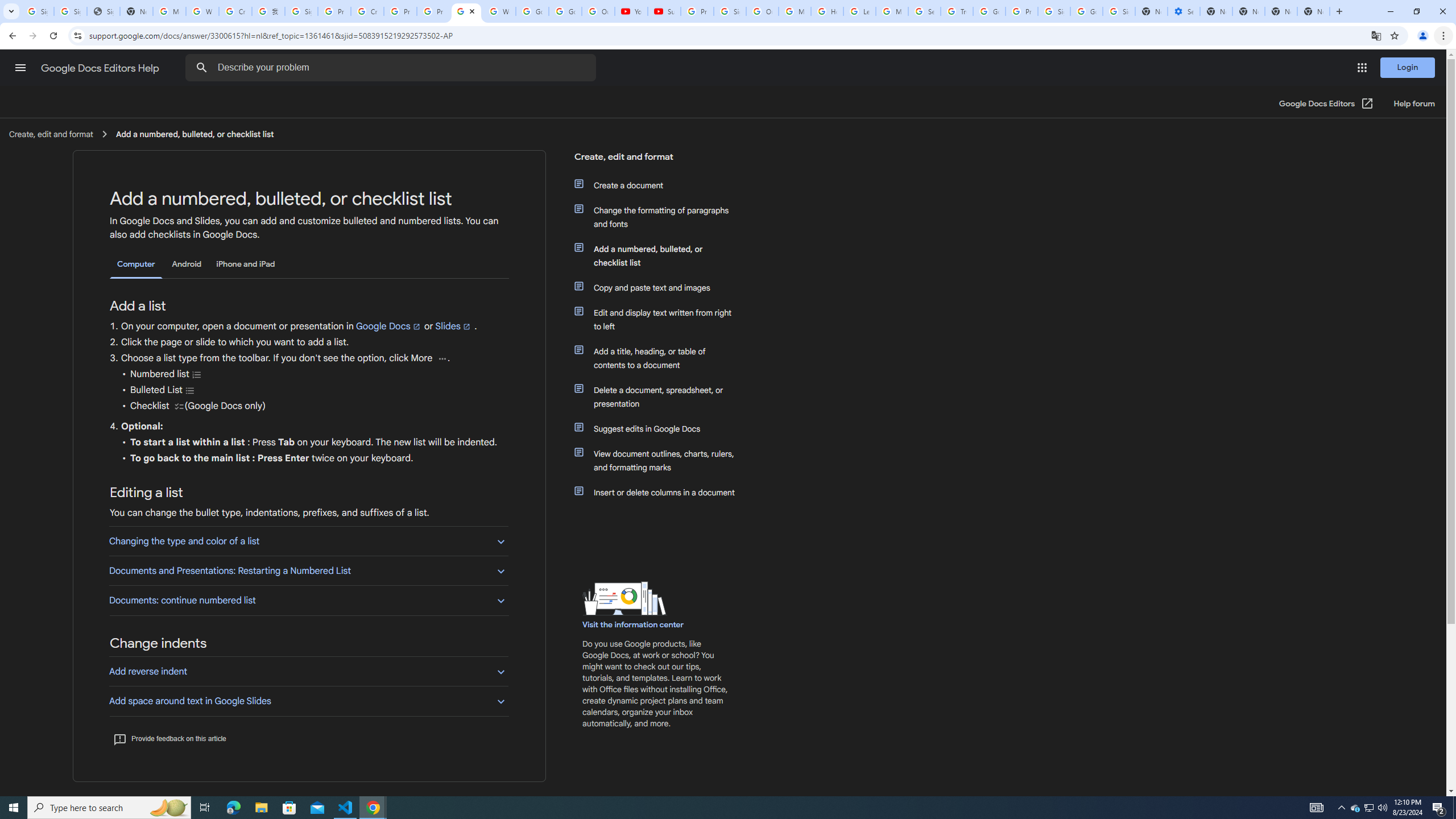 The height and width of the screenshot is (819, 1456). Describe the element at coordinates (186, 263) in the screenshot. I see `'Android'` at that location.